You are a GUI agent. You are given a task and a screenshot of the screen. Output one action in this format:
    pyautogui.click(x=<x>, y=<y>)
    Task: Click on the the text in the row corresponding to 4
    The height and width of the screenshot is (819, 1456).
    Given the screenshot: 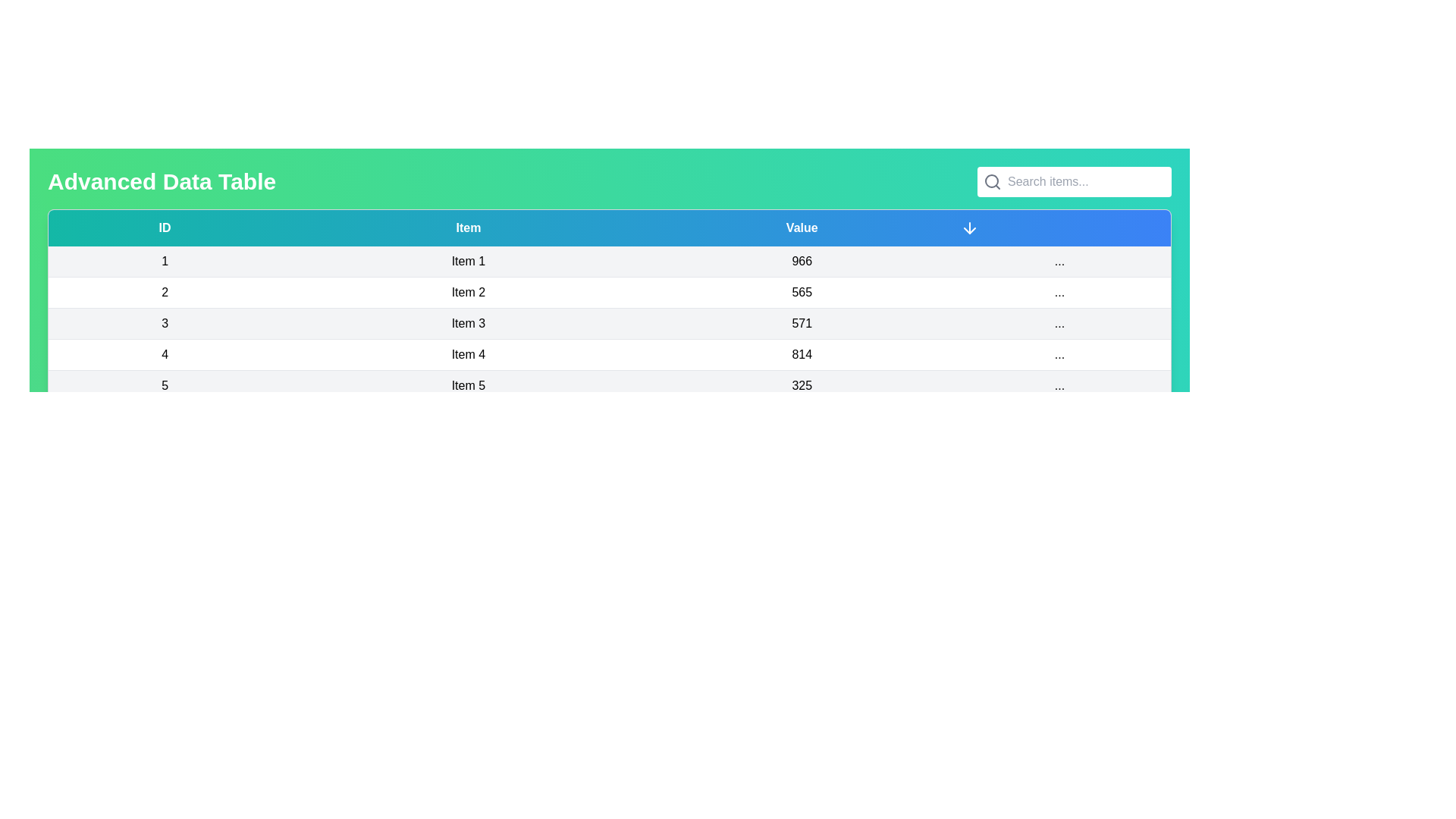 What is the action you would take?
    pyautogui.click(x=164, y=354)
    